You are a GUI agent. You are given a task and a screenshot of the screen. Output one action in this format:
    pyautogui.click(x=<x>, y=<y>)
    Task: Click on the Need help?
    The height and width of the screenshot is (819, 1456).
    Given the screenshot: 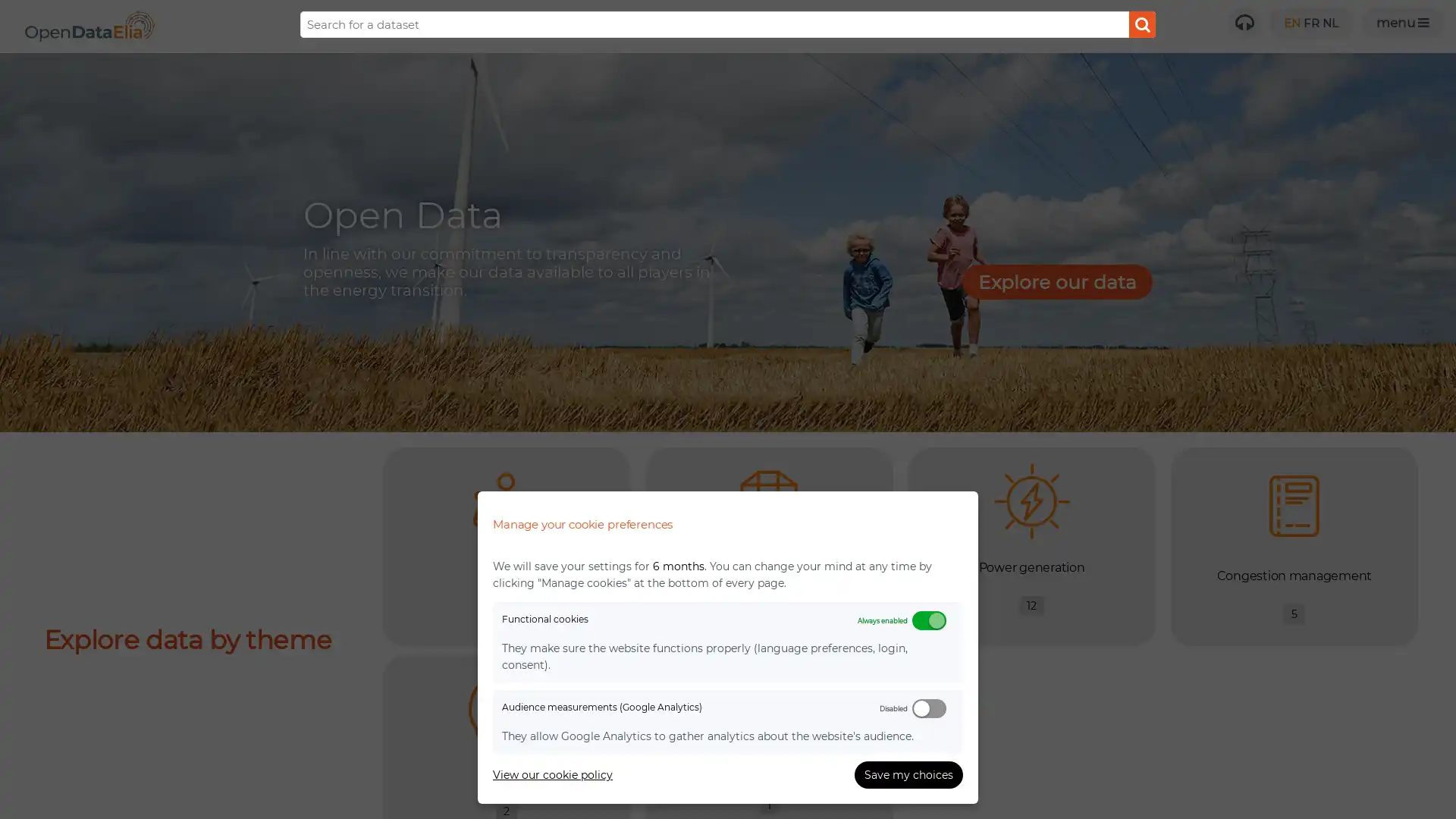 What is the action you would take?
    pyautogui.click(x=1244, y=23)
    